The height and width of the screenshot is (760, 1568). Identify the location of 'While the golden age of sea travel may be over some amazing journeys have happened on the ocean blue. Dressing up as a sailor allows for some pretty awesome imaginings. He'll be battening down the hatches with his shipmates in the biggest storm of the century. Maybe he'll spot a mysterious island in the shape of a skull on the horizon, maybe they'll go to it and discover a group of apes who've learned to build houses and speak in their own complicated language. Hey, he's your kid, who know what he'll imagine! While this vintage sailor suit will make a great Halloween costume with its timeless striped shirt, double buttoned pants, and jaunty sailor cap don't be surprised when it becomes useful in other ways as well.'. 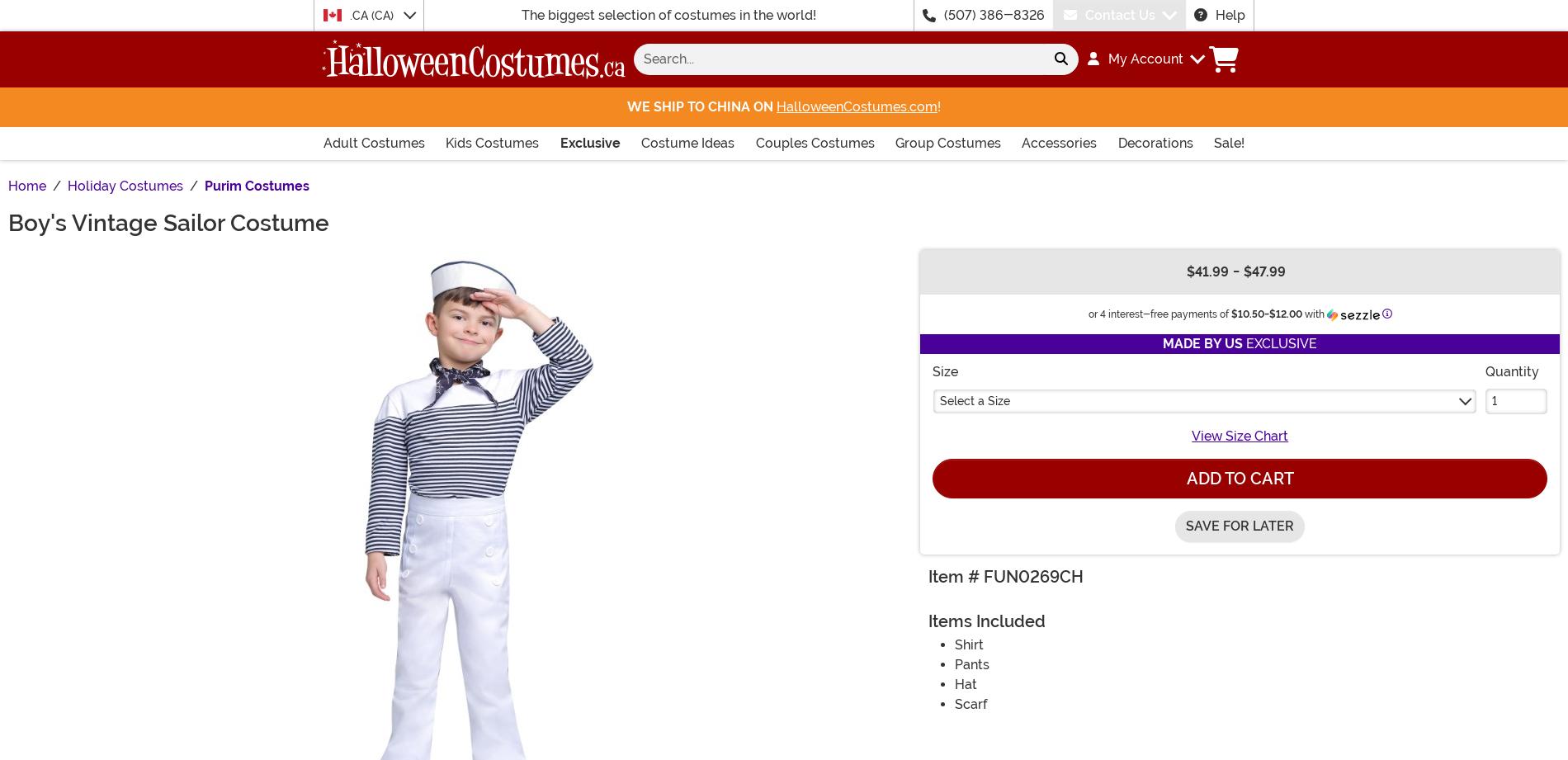
(776, 175).